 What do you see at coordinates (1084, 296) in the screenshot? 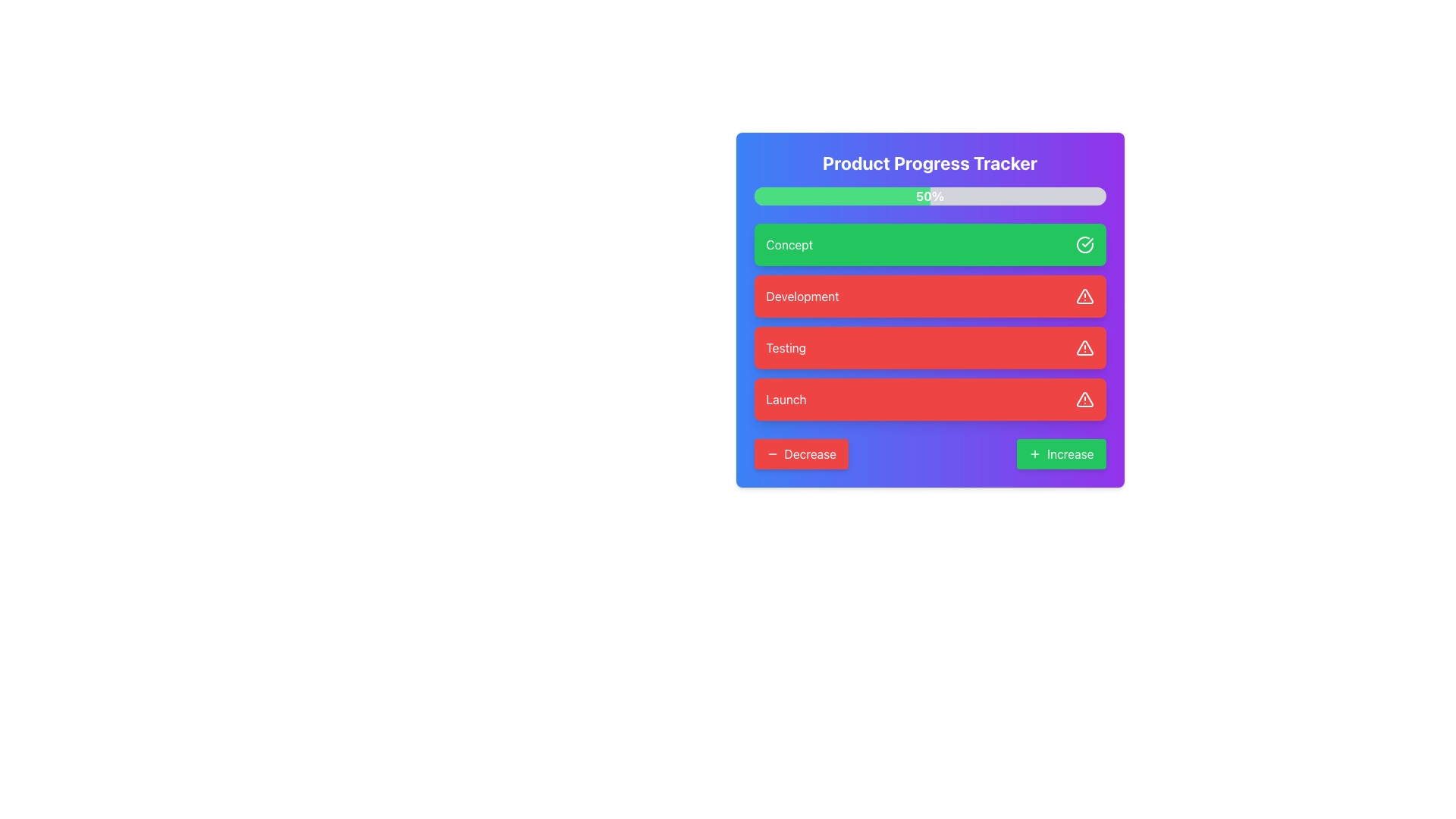
I see `the triangular warning icon with a centered exclamation mark located in the 'Development' section of the product progress tracker interface` at bounding box center [1084, 296].